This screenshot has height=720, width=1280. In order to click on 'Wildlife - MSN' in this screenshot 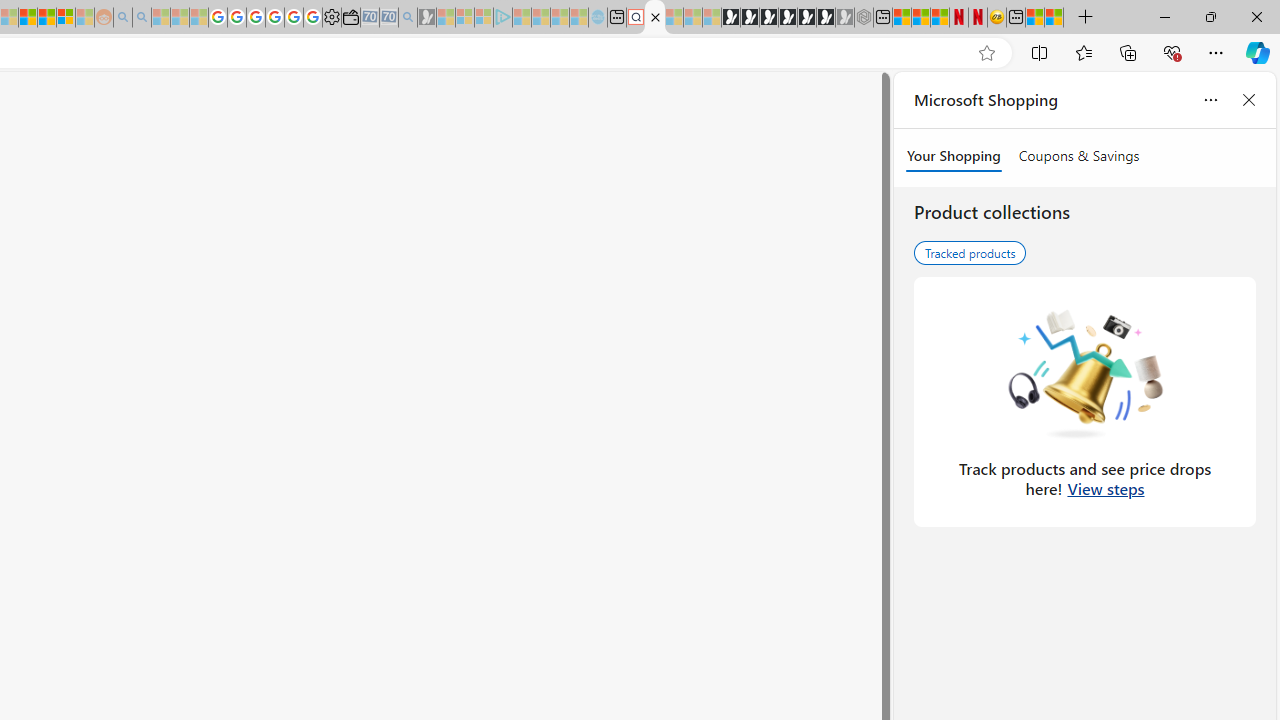, I will do `click(1035, 17)`.